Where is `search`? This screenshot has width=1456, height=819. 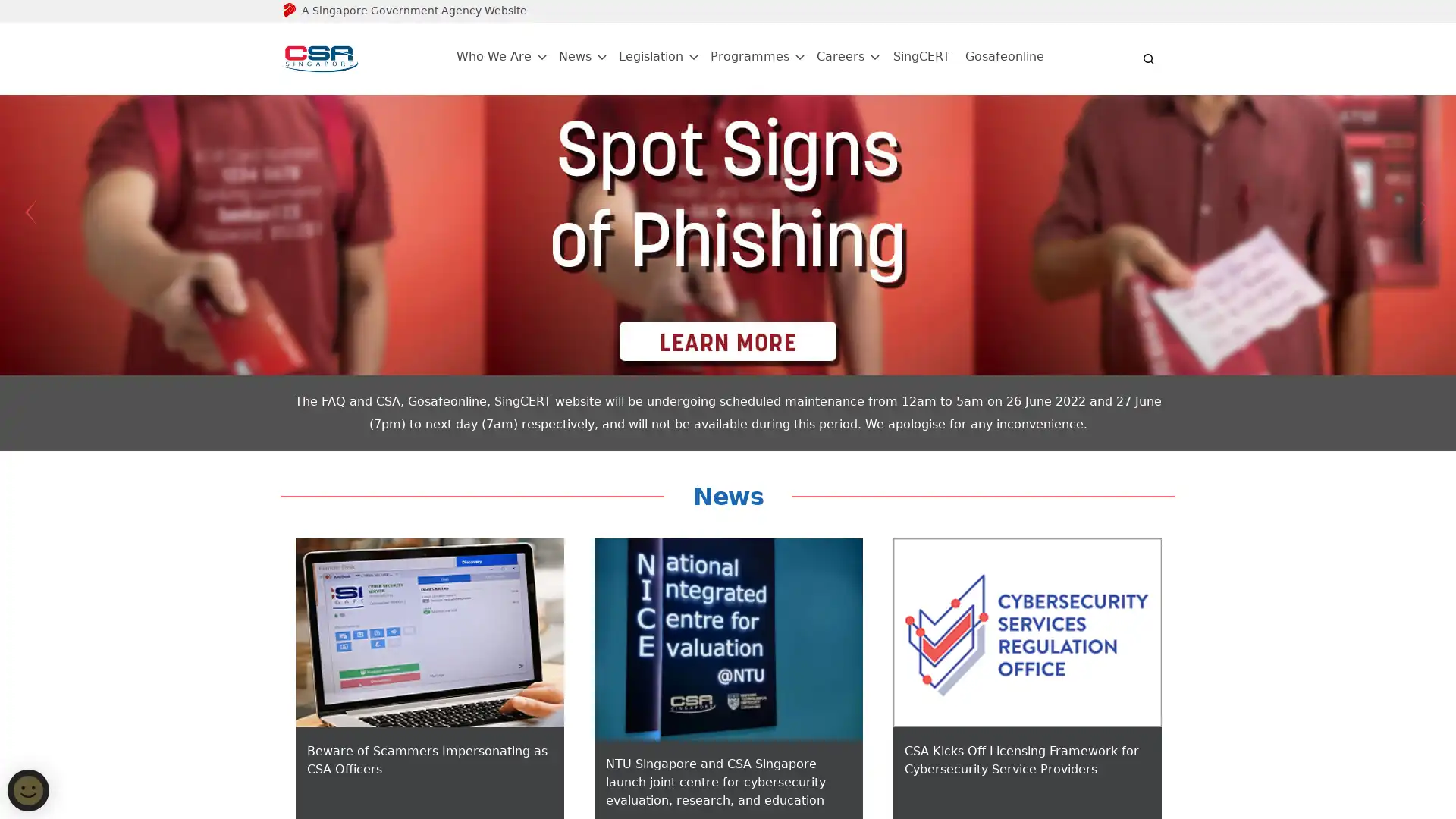 search is located at coordinates (1149, 58).